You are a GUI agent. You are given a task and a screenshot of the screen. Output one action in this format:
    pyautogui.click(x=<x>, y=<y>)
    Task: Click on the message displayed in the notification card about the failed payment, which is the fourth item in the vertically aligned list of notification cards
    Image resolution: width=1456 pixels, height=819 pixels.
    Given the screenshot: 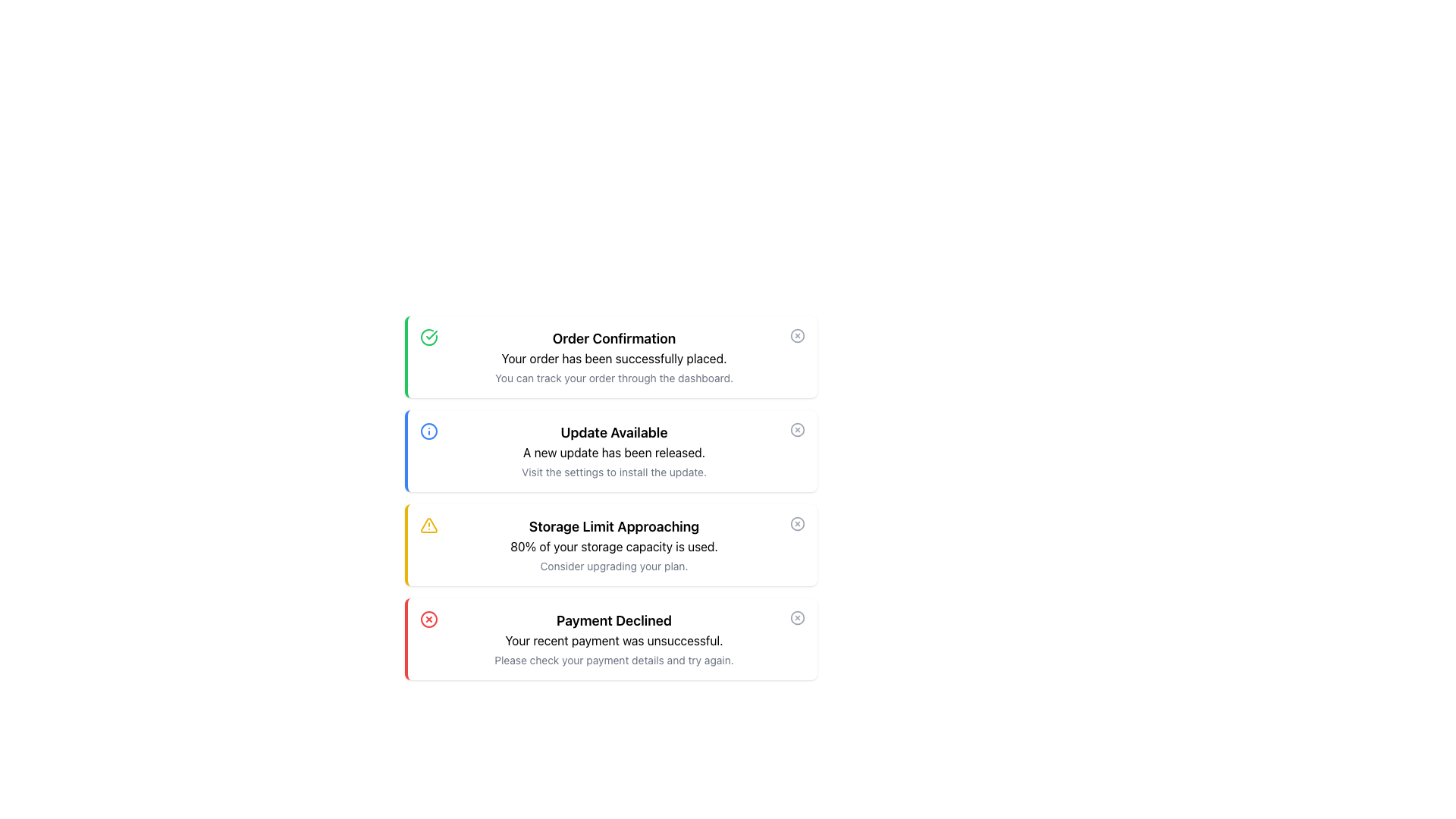 What is the action you would take?
    pyautogui.click(x=614, y=639)
    